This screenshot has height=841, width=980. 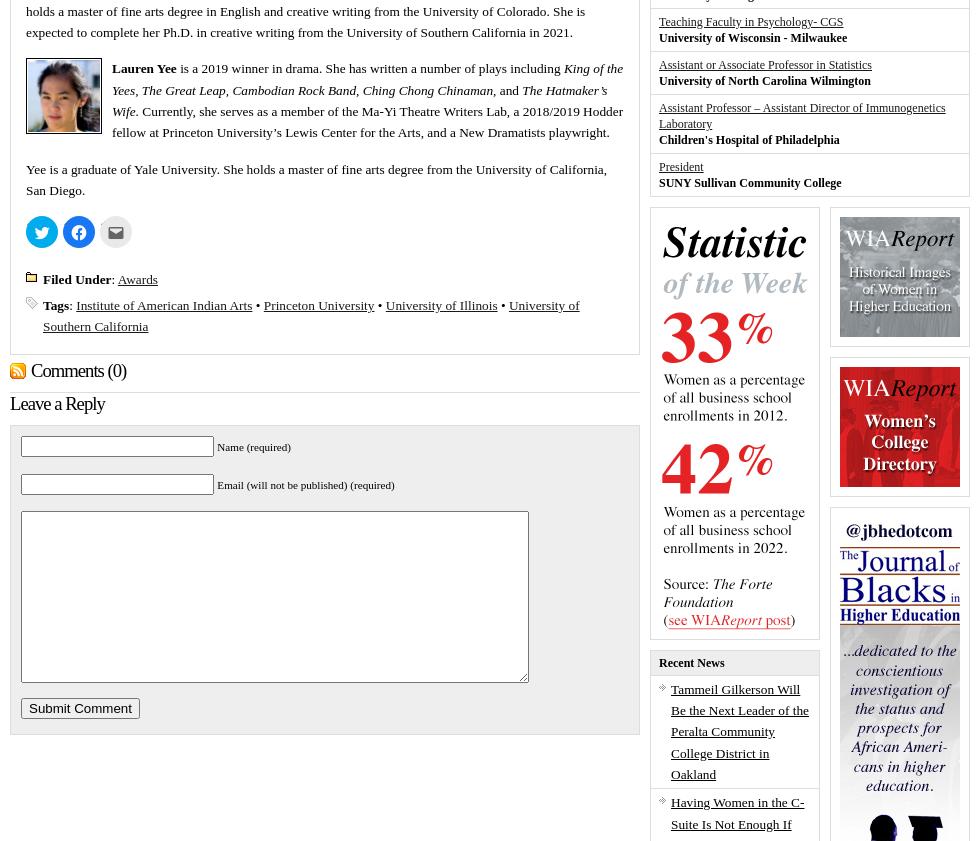 What do you see at coordinates (441, 303) in the screenshot?
I see `'University of Illinois'` at bounding box center [441, 303].